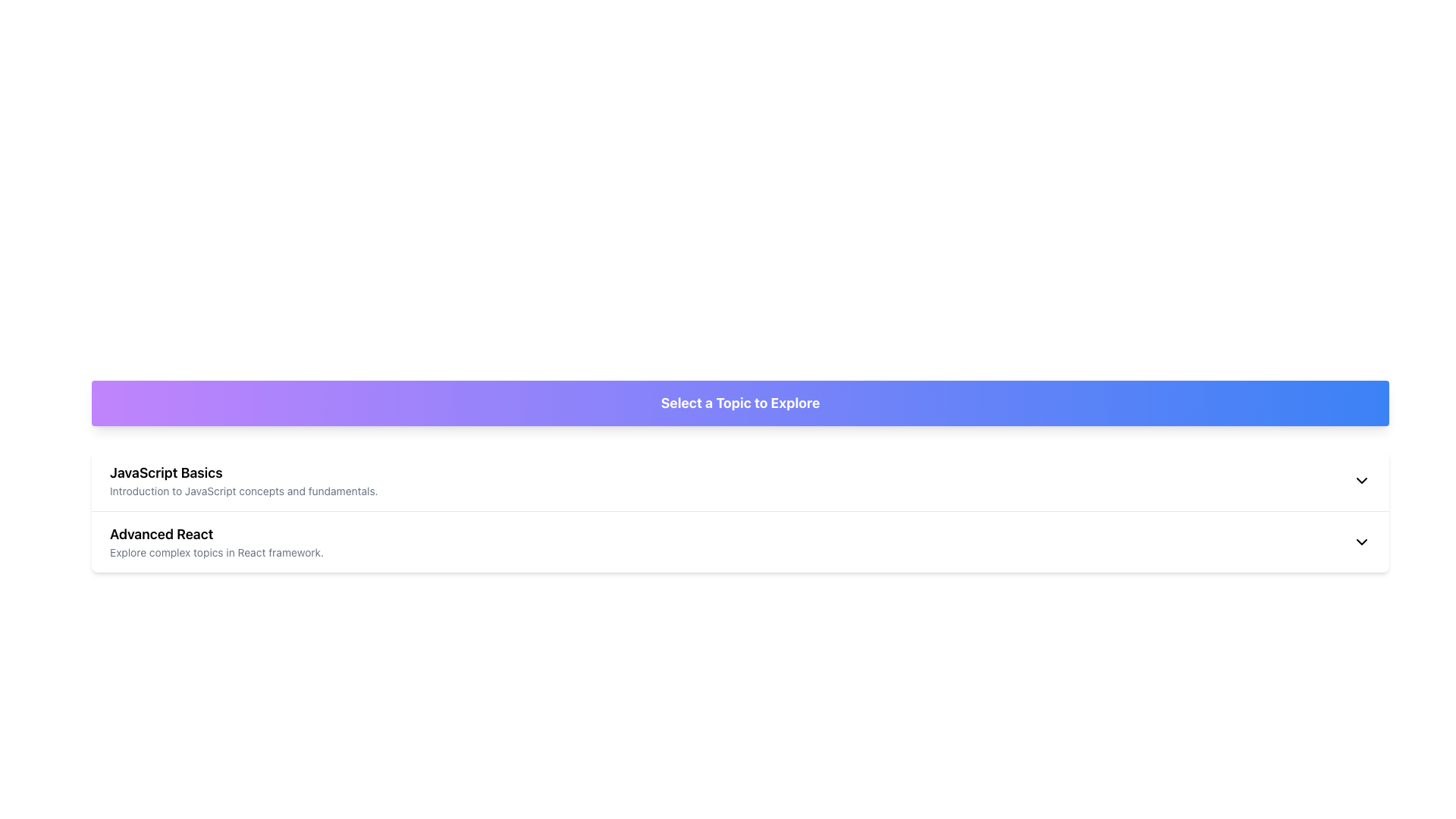 The width and height of the screenshot is (1456, 819). I want to click on the 'Advanced React' text with description item element, so click(216, 541).